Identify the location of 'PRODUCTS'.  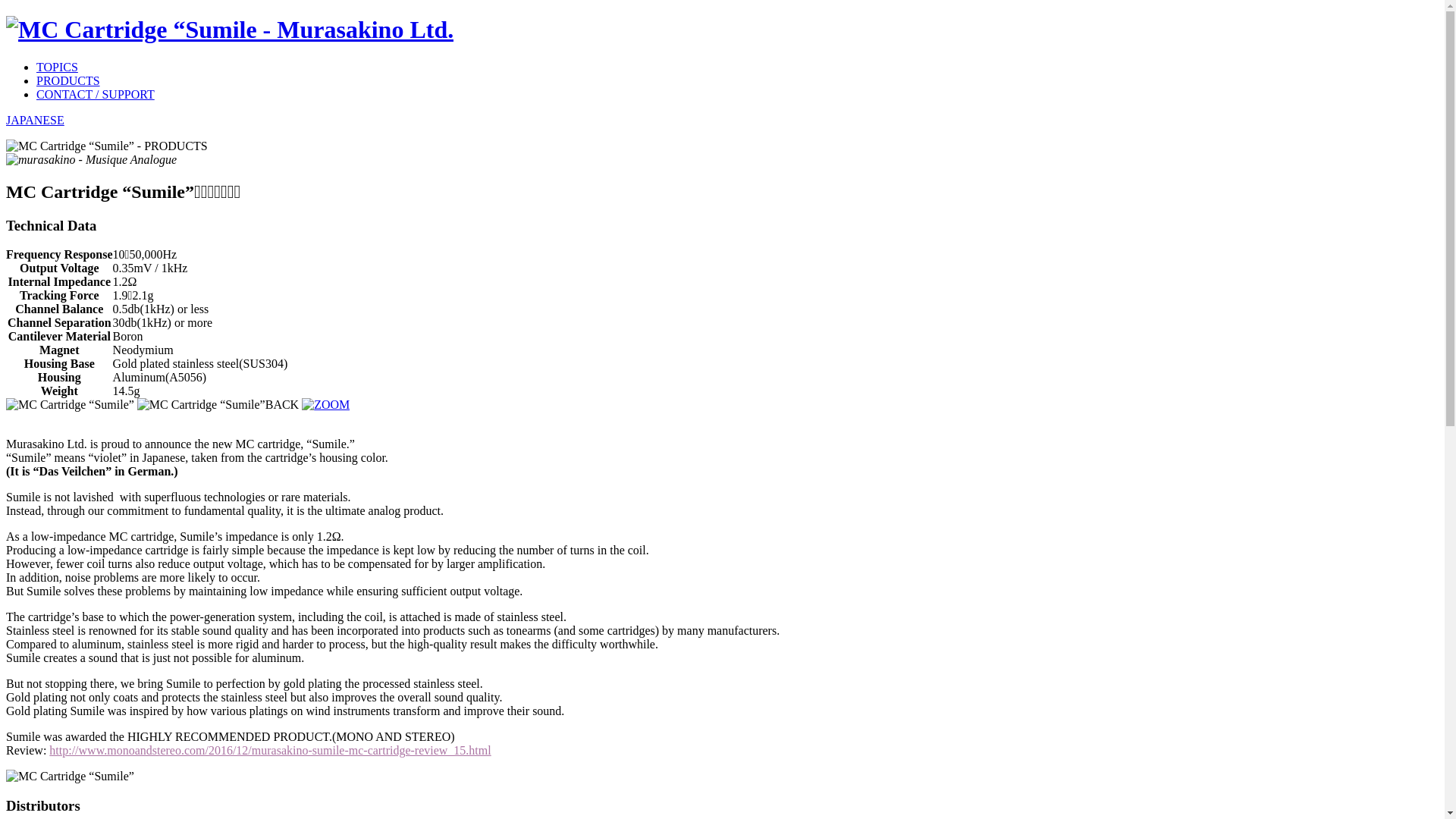
(67, 80).